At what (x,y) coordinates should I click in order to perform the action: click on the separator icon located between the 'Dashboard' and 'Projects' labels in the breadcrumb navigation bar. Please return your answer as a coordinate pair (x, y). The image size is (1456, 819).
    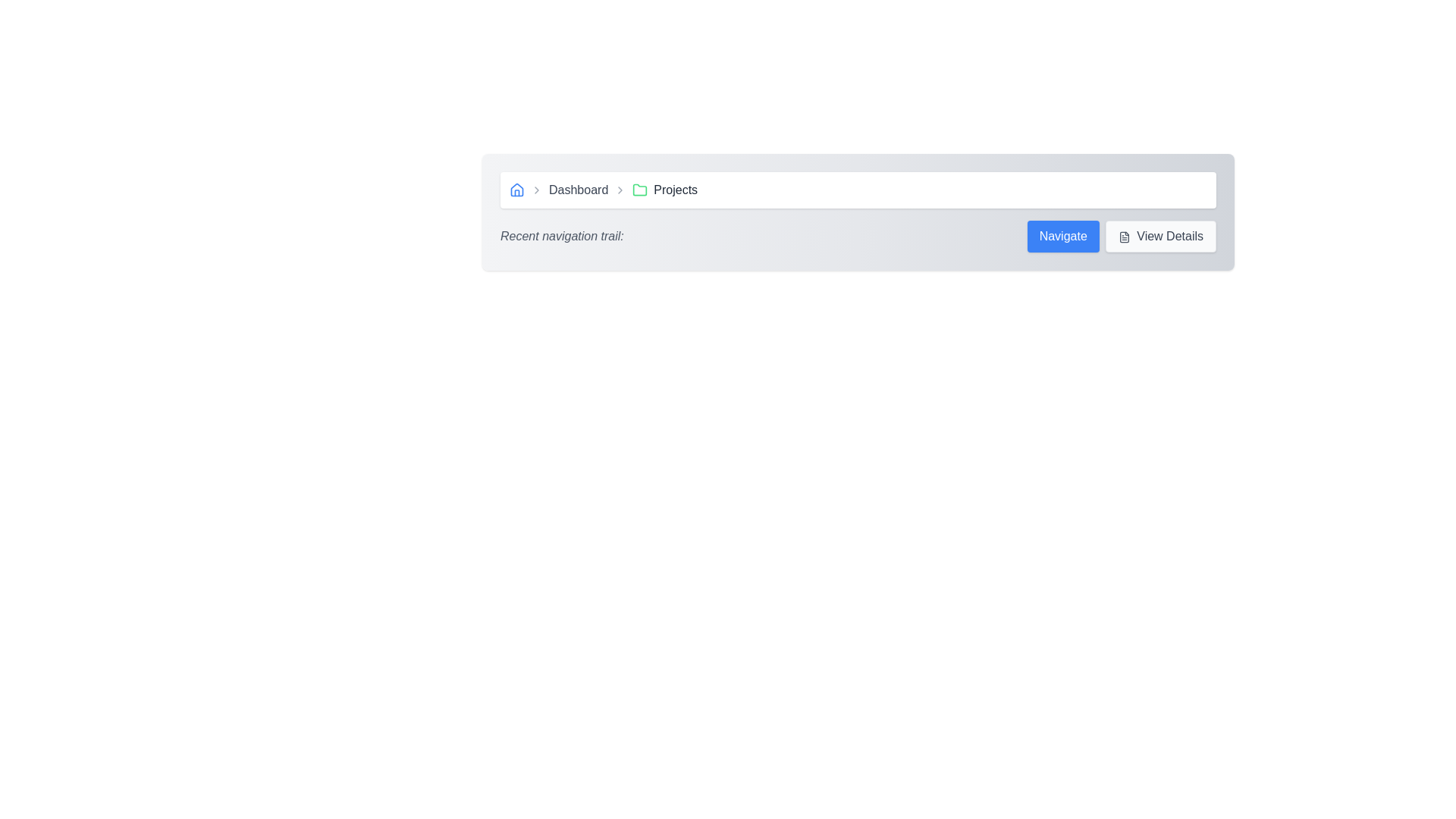
    Looking at the image, I should click on (537, 189).